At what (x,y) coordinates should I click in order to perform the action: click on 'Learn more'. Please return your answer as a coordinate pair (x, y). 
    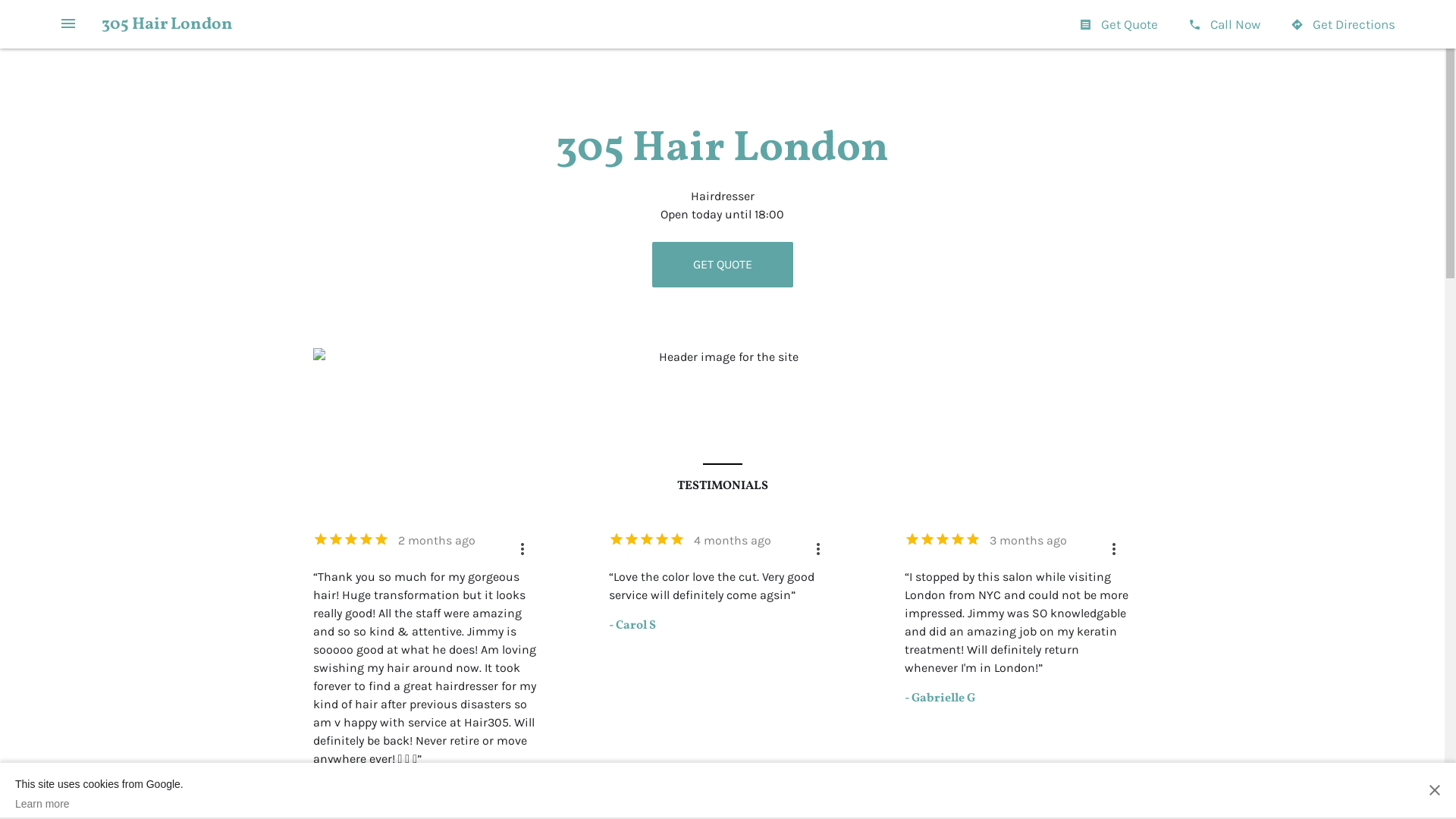
    Looking at the image, I should click on (14, 803).